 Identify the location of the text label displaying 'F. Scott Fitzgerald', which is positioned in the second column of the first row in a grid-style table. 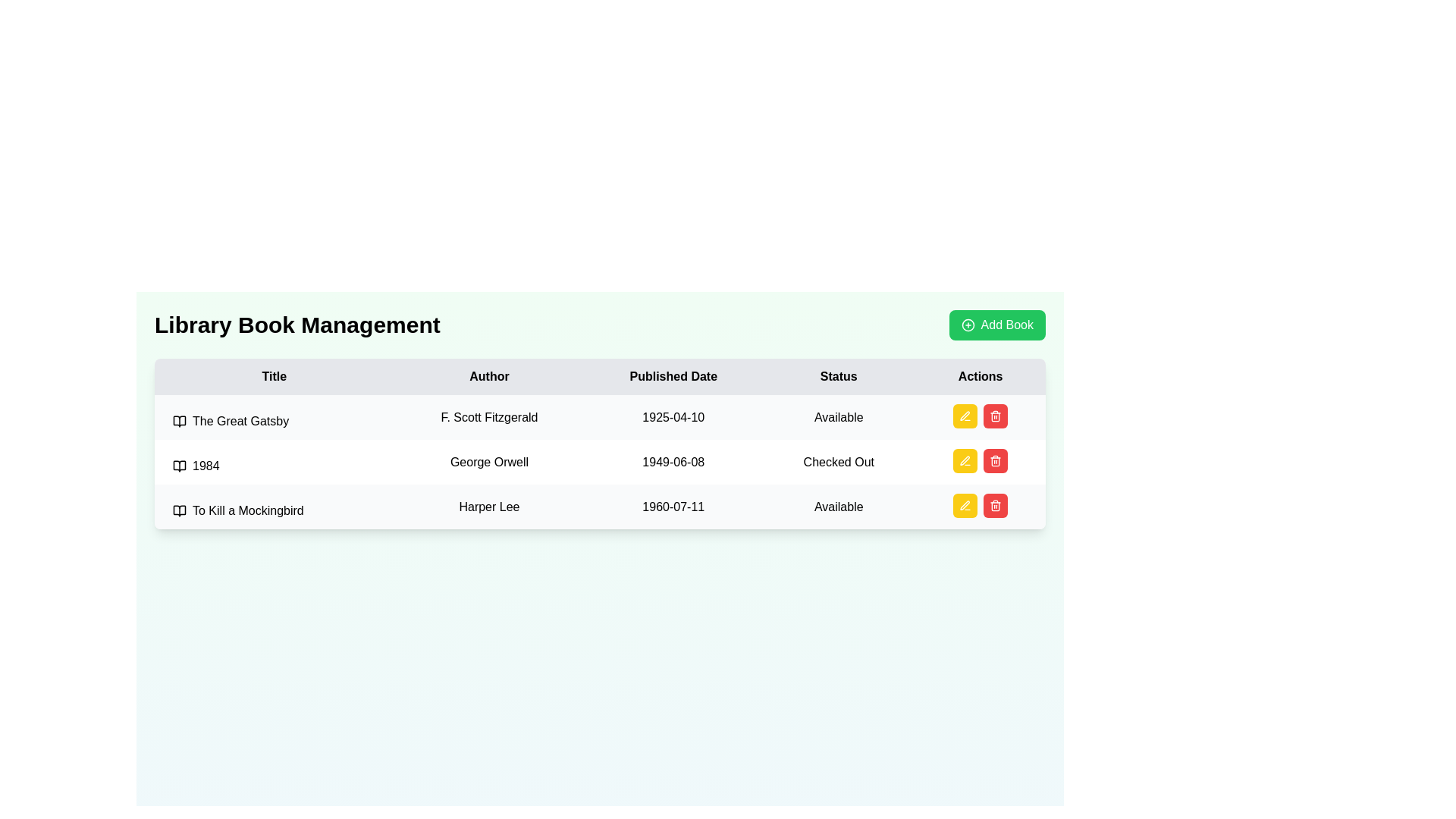
(489, 417).